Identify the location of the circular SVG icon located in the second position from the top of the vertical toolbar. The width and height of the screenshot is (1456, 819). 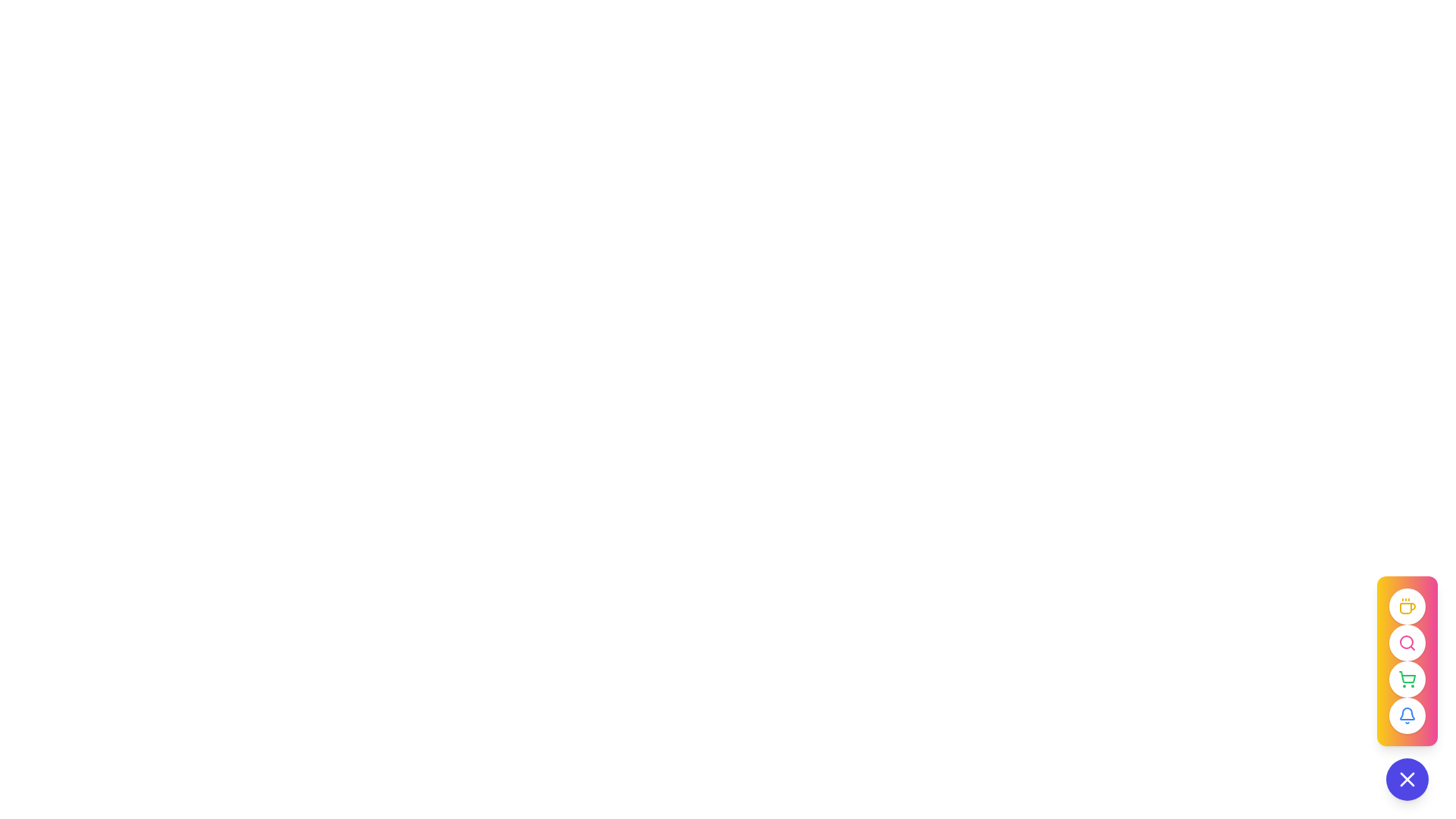
(1405, 642).